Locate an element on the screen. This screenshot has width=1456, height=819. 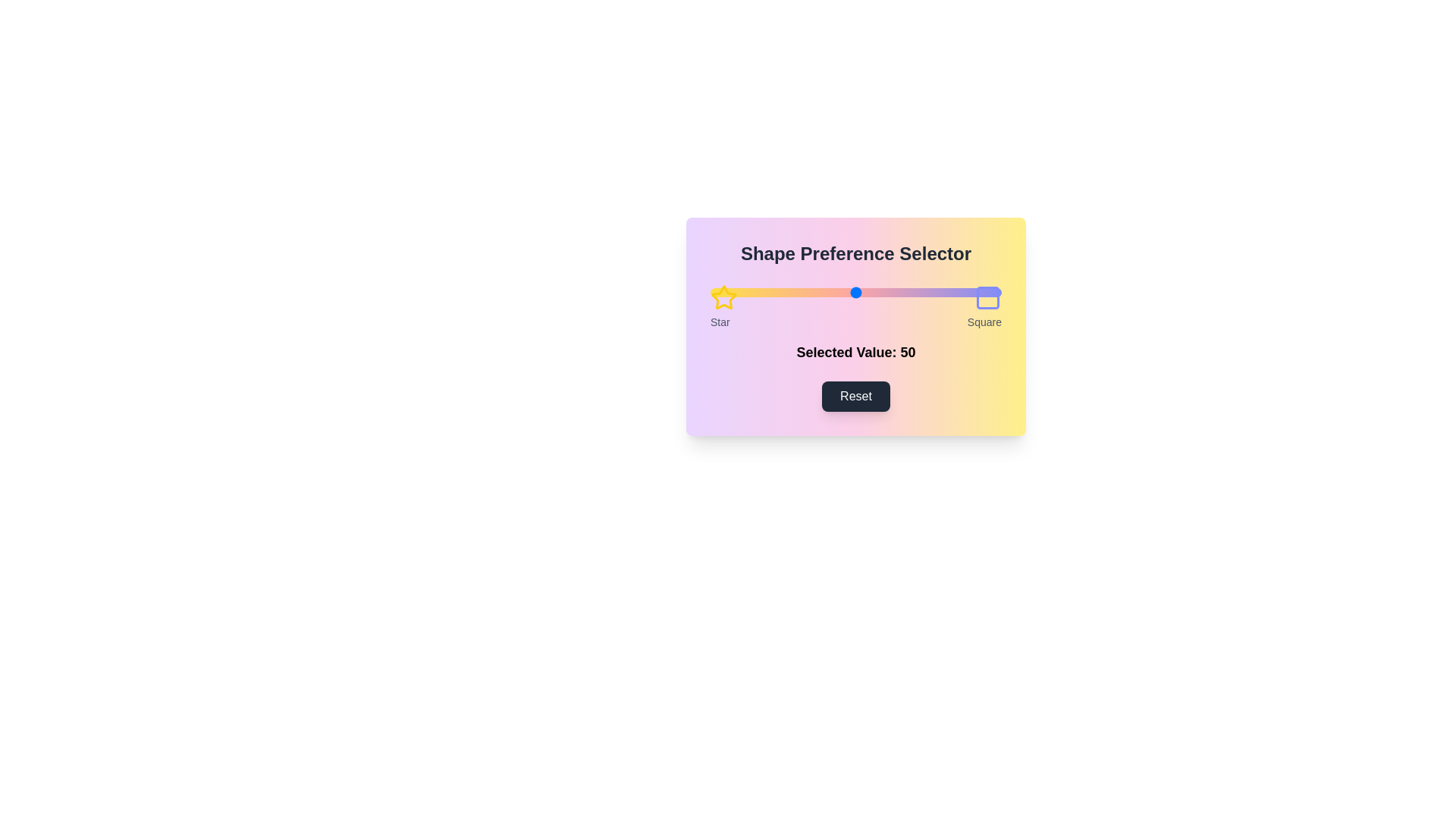
the slider to set the preference value to 24 is located at coordinates (780, 292).